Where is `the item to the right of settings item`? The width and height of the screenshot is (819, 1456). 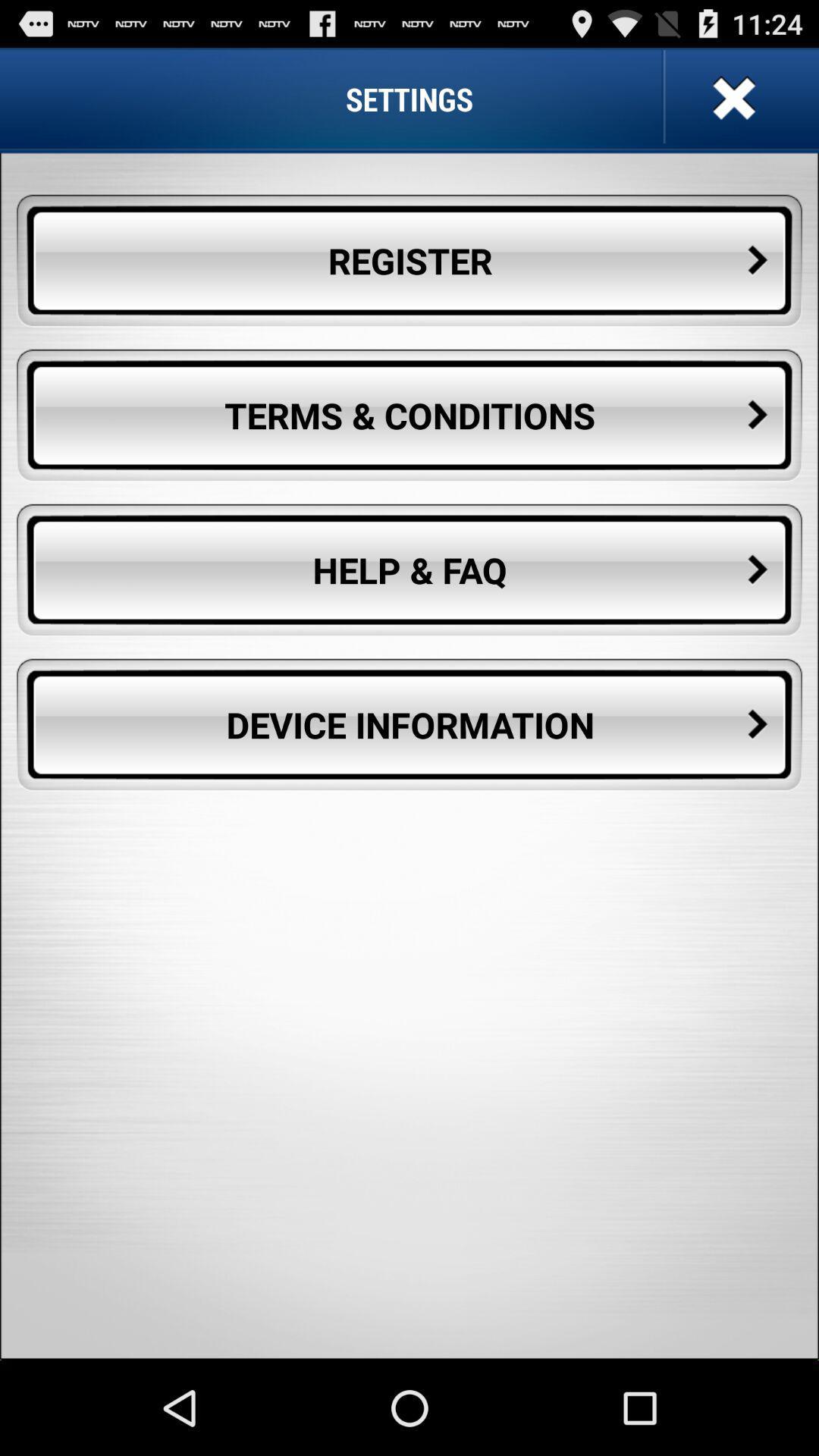
the item to the right of settings item is located at coordinates (731, 98).